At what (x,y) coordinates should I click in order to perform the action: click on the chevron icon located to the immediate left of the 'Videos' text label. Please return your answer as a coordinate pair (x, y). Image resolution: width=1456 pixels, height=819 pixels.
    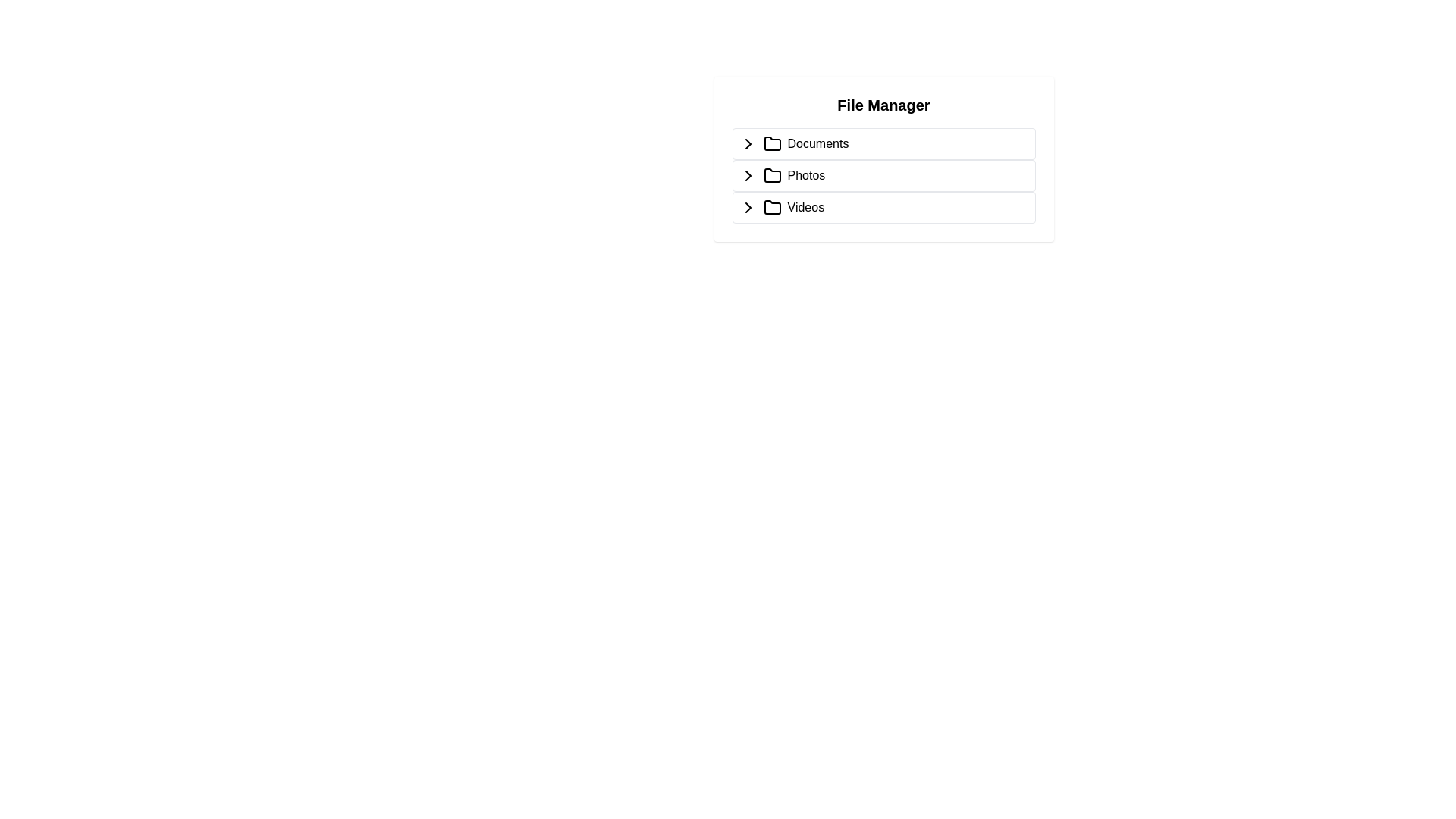
    Looking at the image, I should click on (748, 207).